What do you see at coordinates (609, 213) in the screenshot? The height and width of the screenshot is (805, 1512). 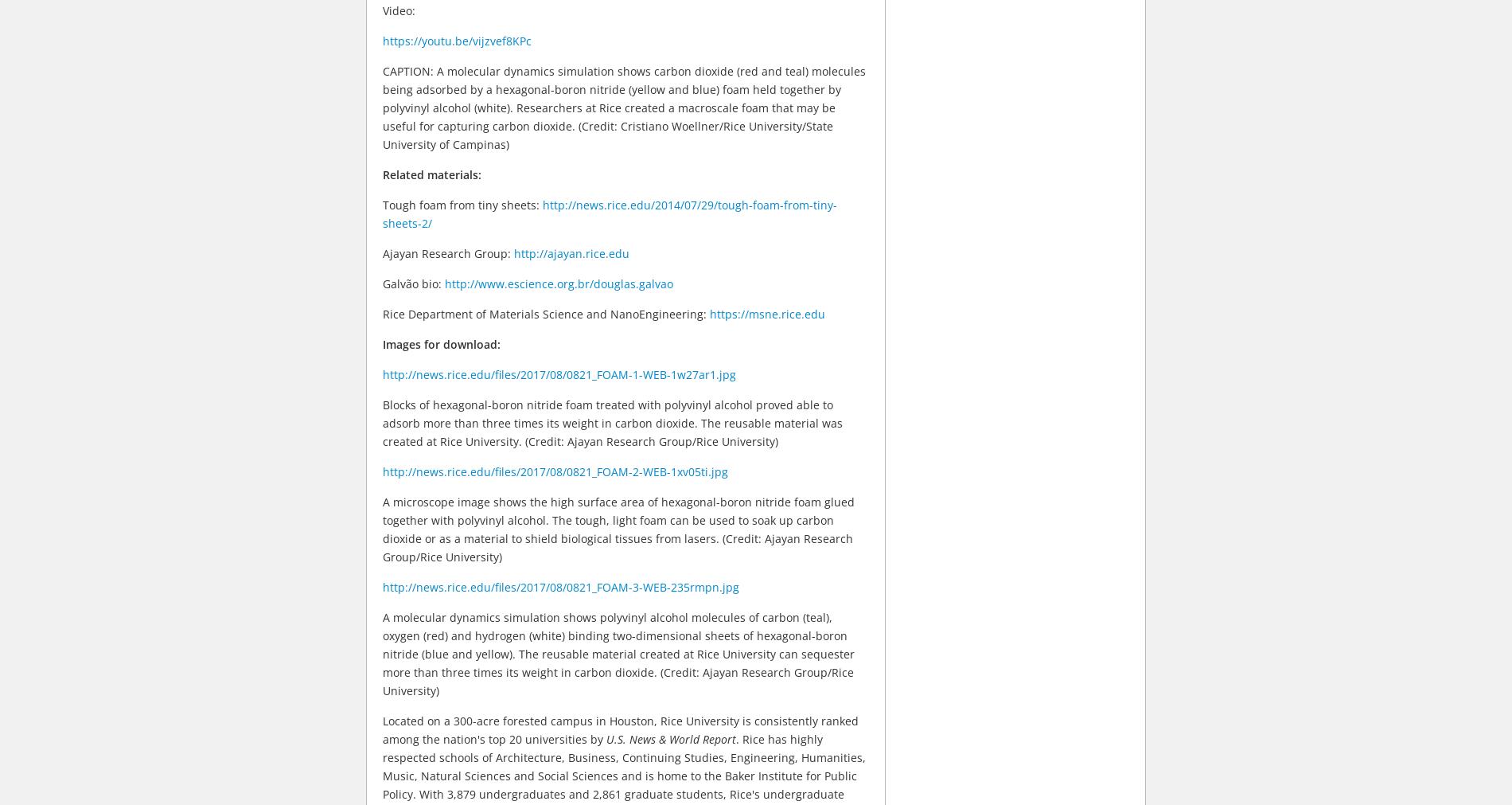 I see `'http://news.rice.edu/2014/07/29/tough-foam-from-tiny-sheets-2/'` at bounding box center [609, 213].